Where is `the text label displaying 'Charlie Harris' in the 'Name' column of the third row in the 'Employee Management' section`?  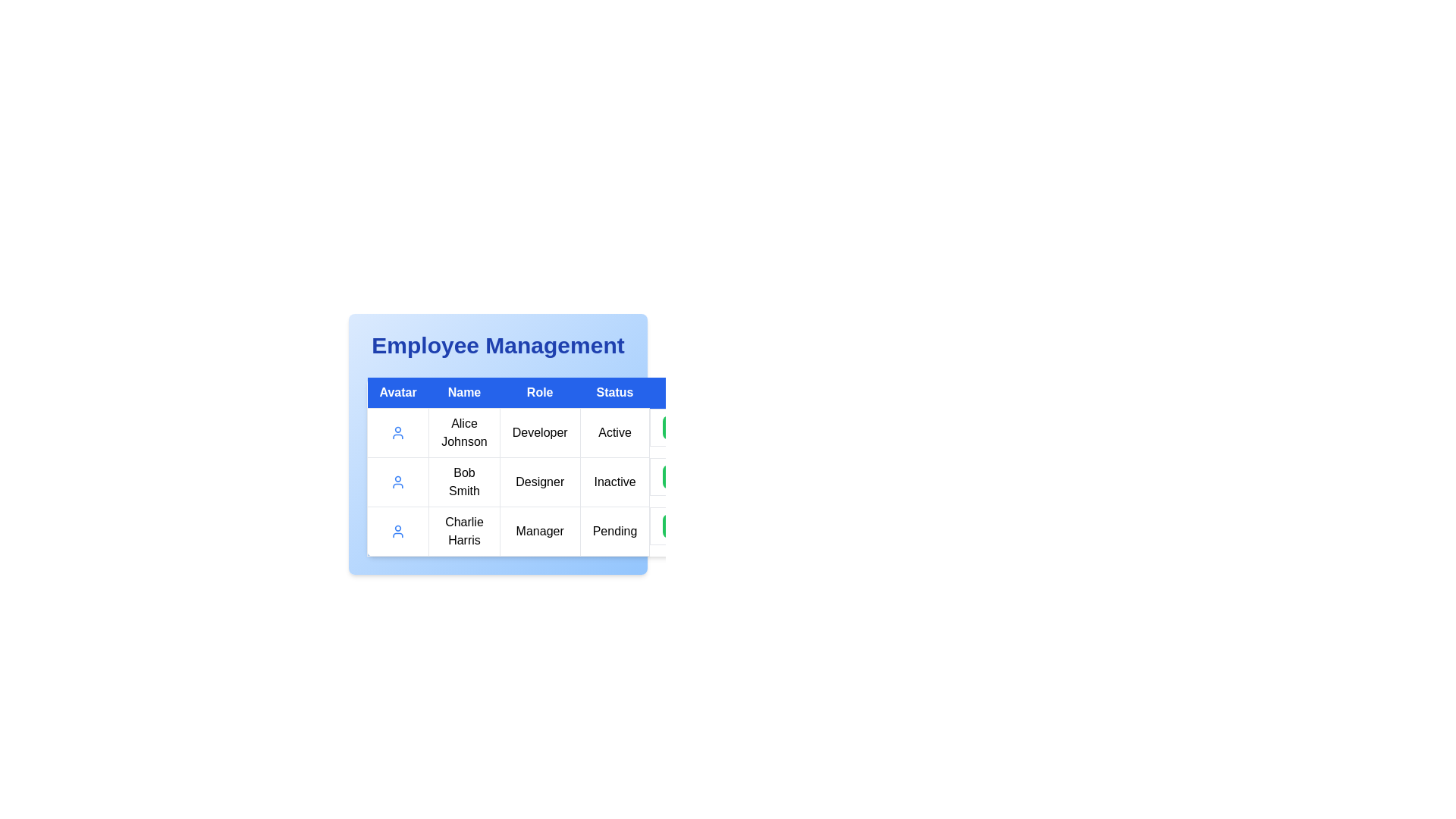 the text label displaying 'Charlie Harris' in the 'Name' column of the third row in the 'Employee Management' section is located at coordinates (463, 531).